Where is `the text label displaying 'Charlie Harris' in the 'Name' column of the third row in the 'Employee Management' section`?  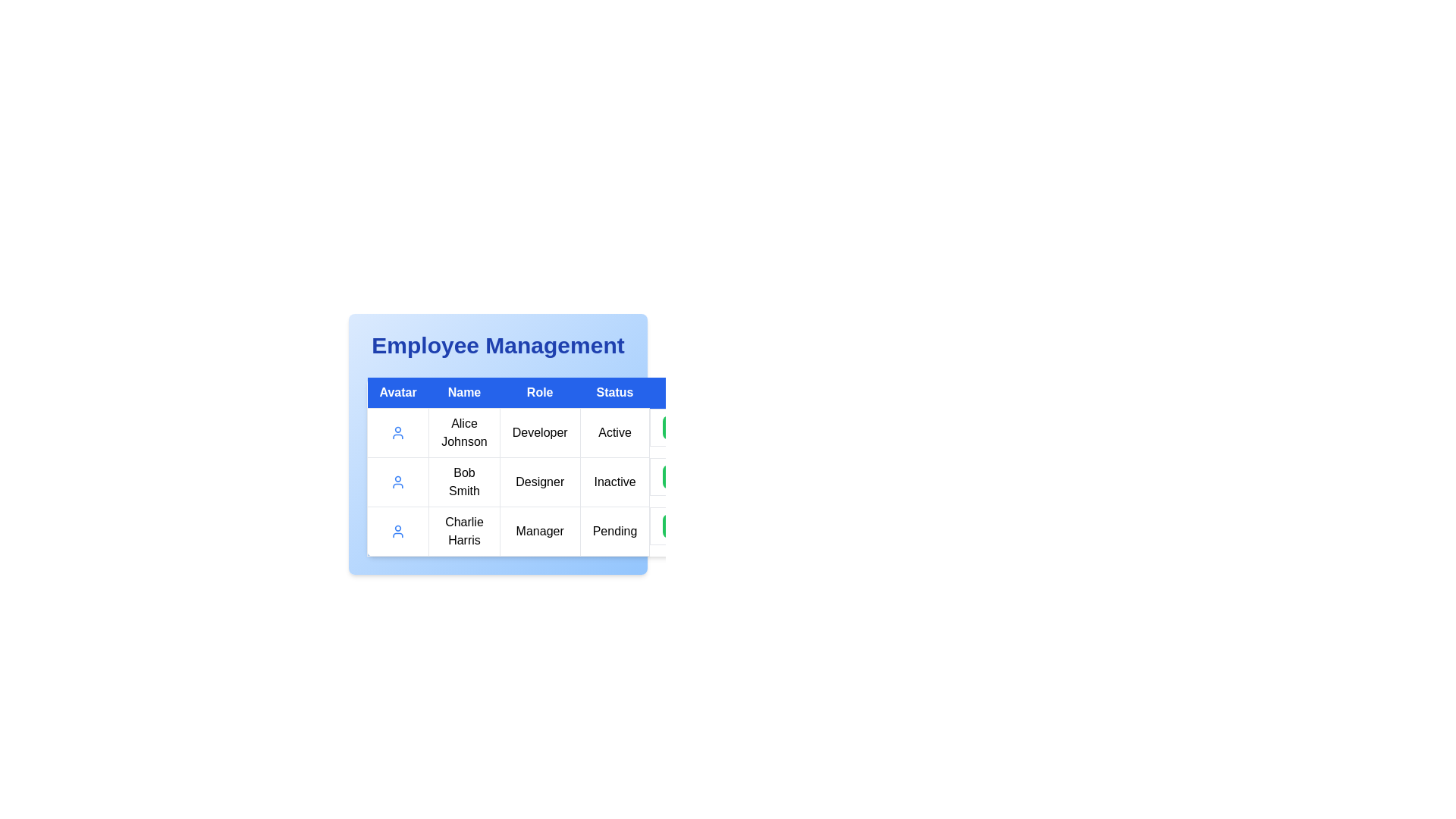 the text label displaying 'Charlie Harris' in the 'Name' column of the third row in the 'Employee Management' section is located at coordinates (463, 531).